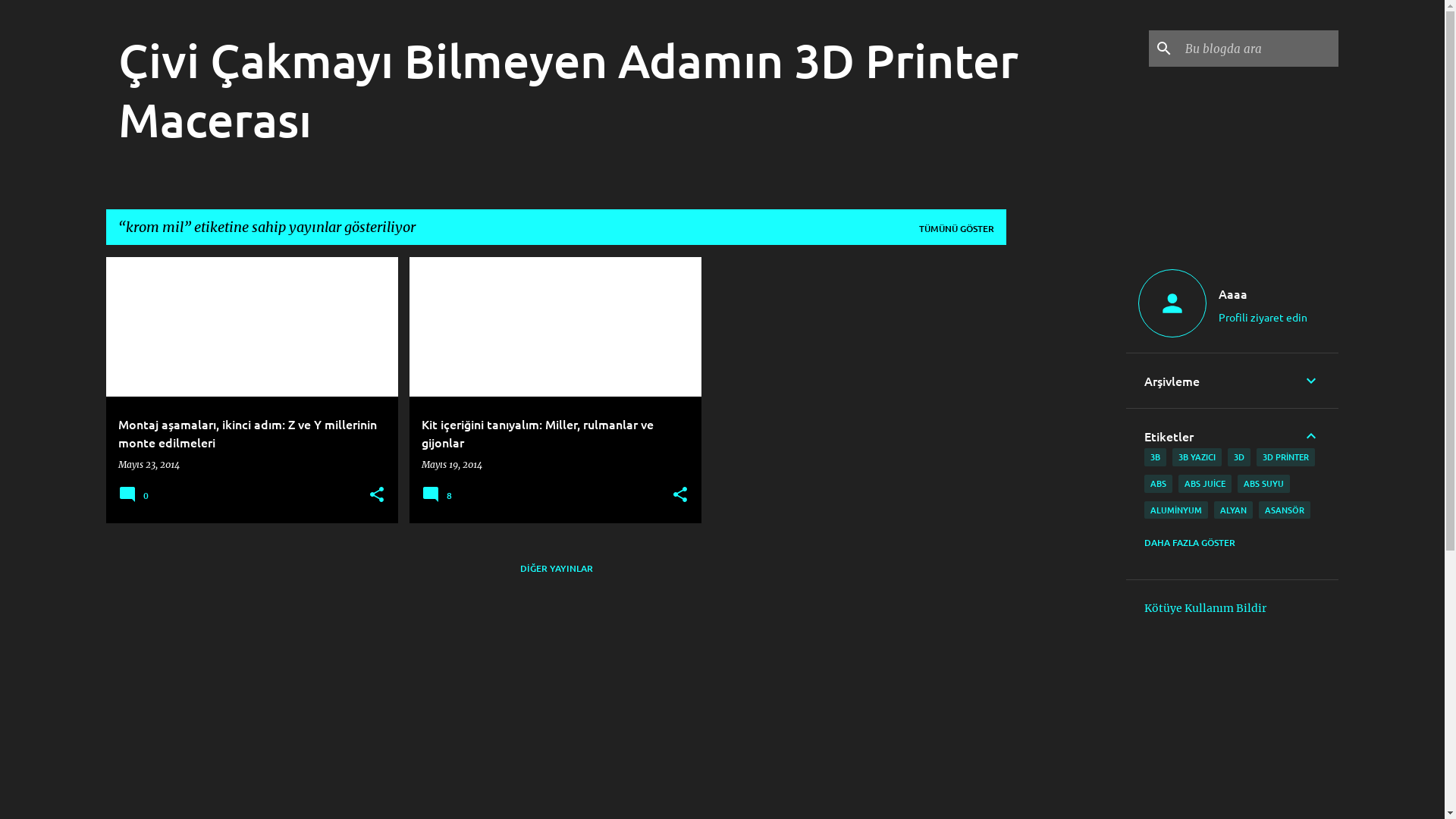 This screenshot has height=819, width=1456. Describe the element at coordinates (1171, 456) in the screenshot. I see `'3B YAZICI'` at that location.